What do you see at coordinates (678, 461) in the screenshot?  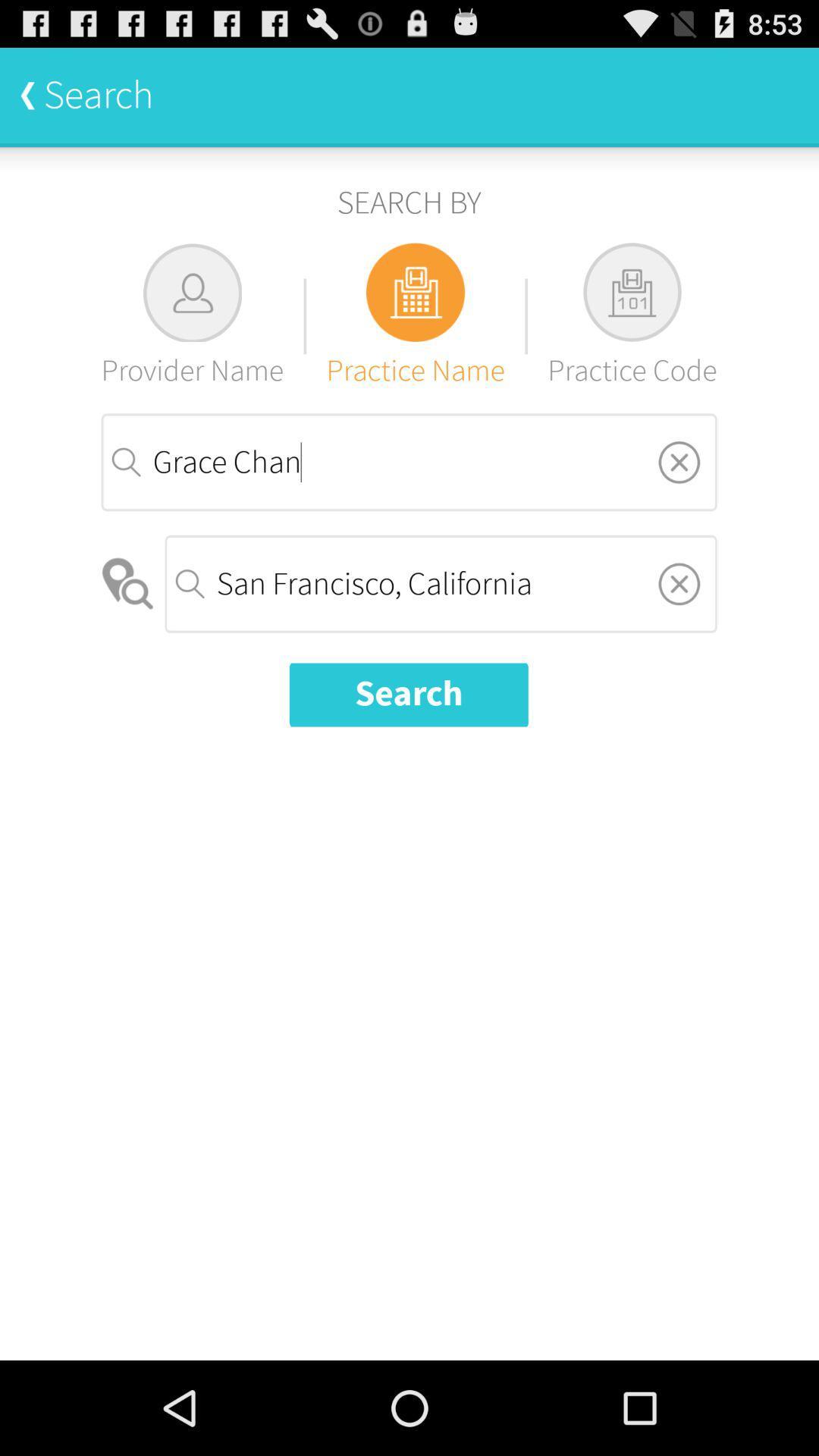 I see `delete` at bounding box center [678, 461].